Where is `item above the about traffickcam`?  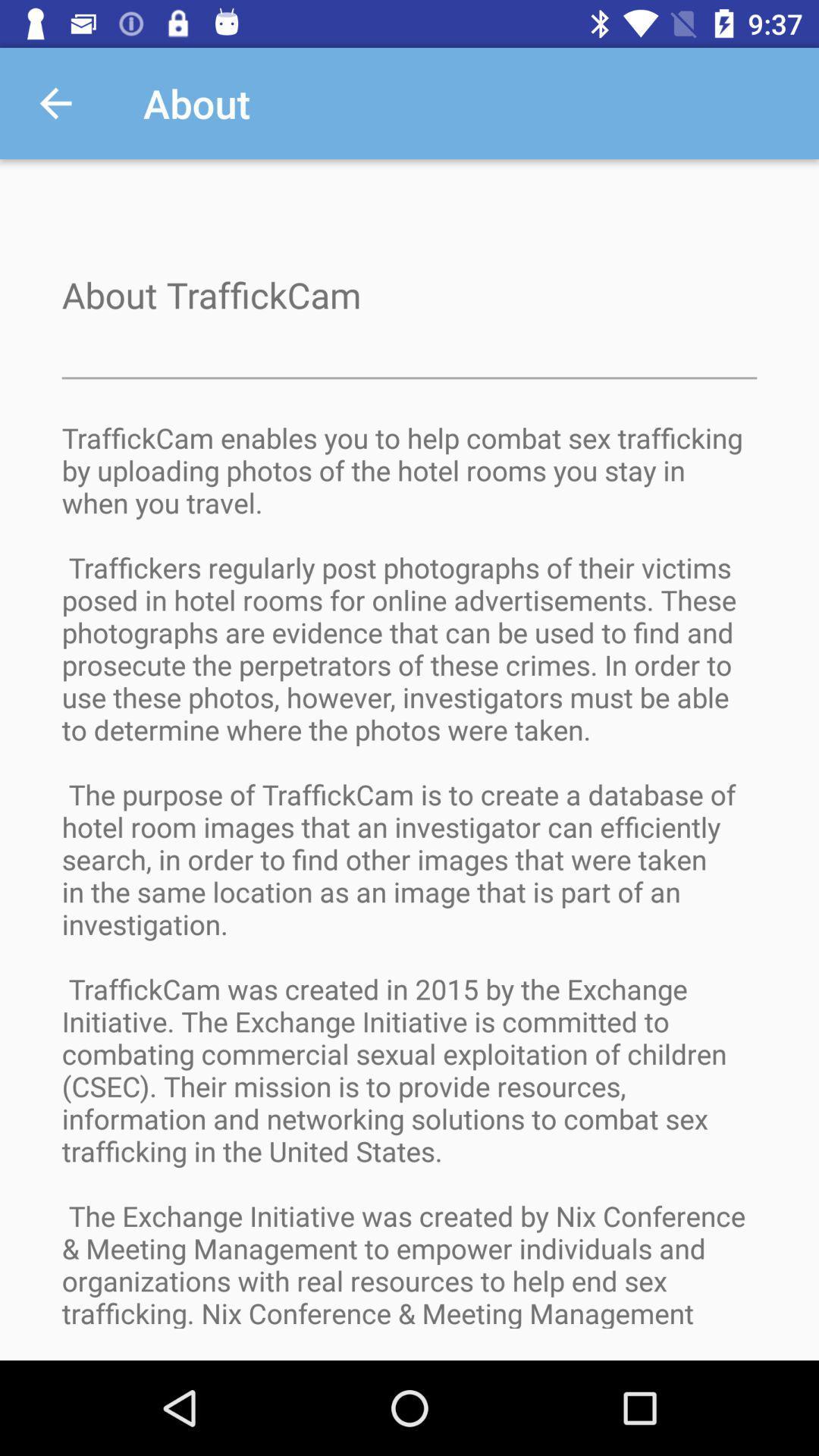
item above the about traffickcam is located at coordinates (55, 102).